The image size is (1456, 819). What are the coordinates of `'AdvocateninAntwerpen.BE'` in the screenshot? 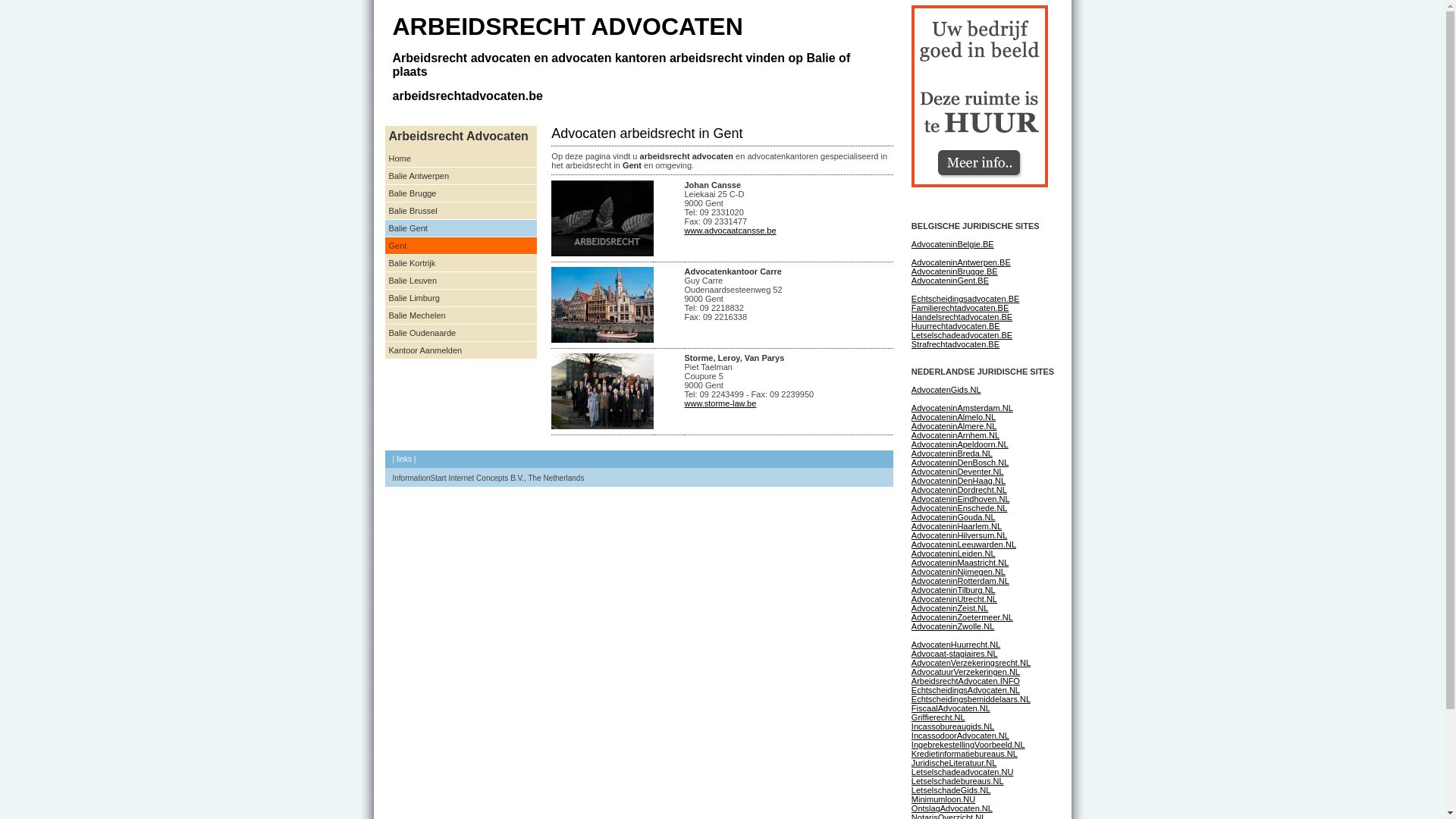 It's located at (960, 262).